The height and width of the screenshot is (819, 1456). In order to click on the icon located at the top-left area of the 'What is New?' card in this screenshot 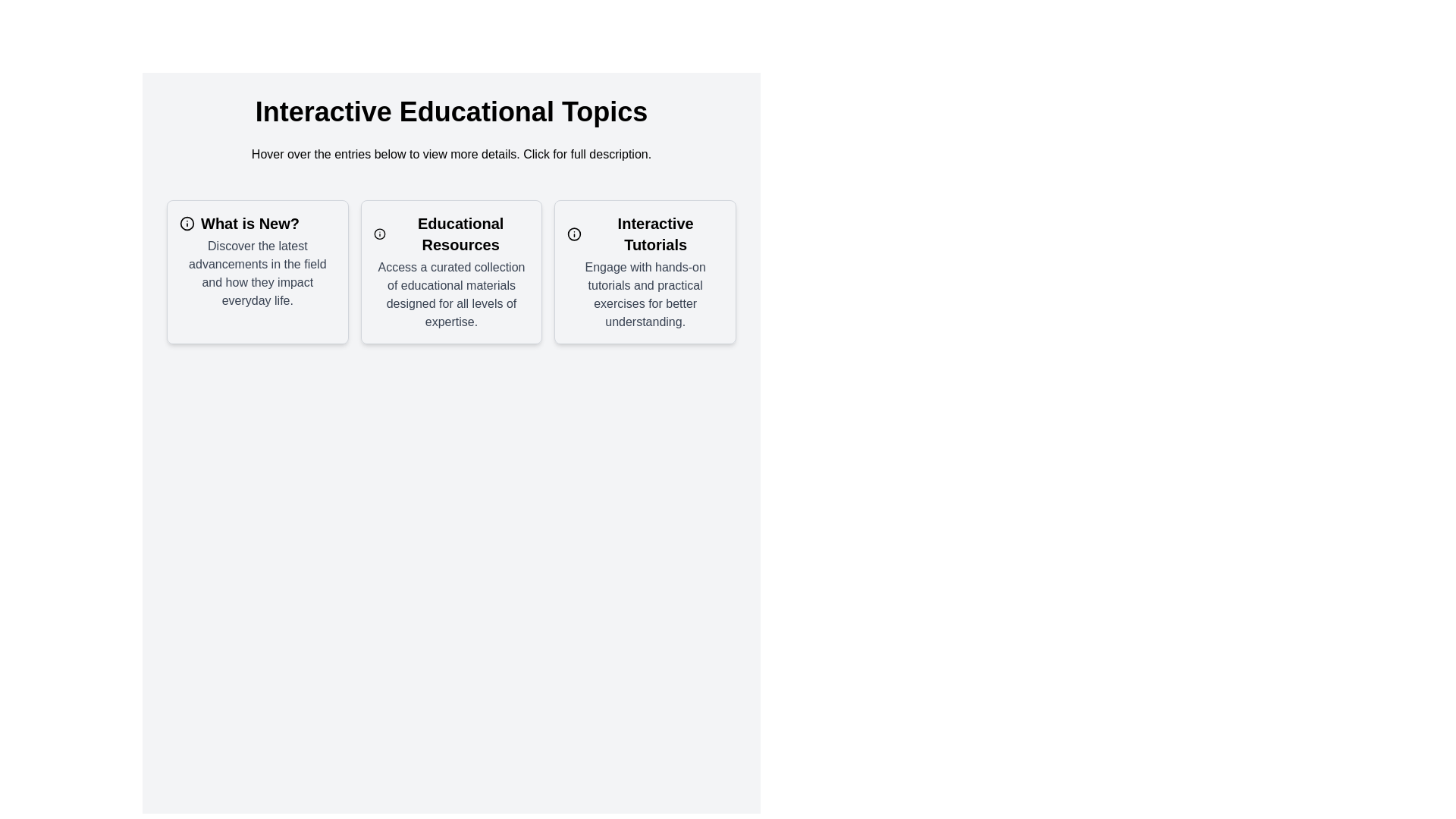, I will do `click(186, 223)`.